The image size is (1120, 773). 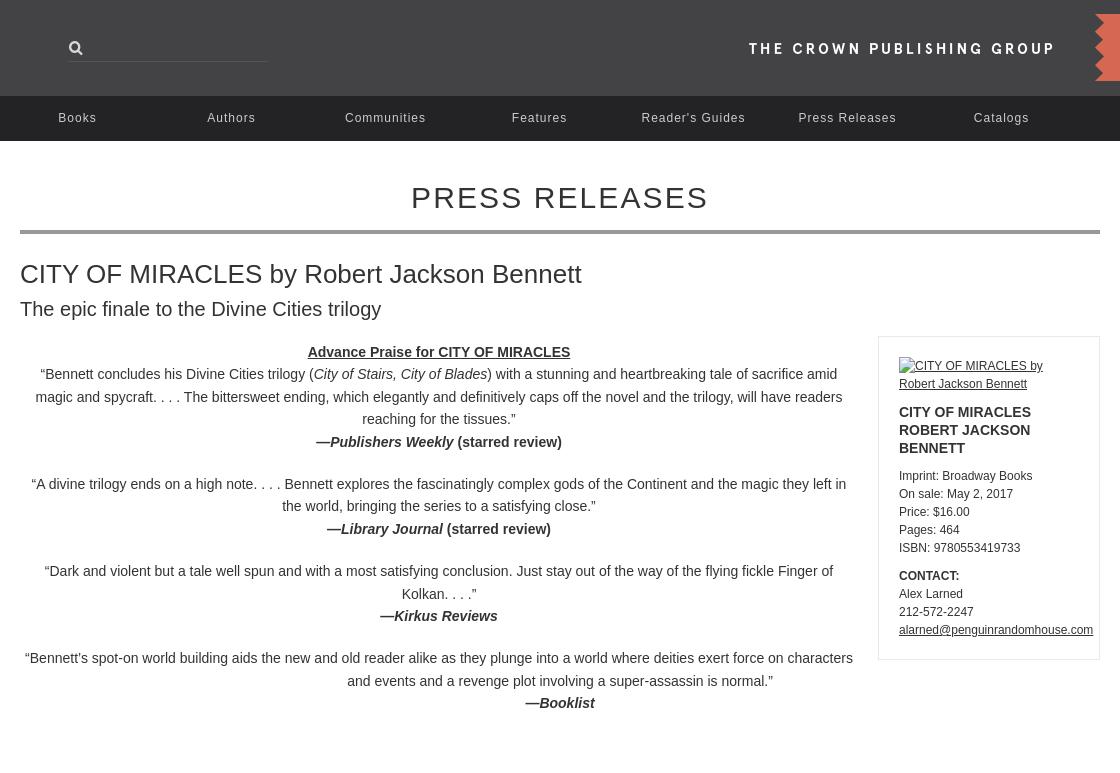 I want to click on 'Price: $16.00', so click(x=899, y=512).